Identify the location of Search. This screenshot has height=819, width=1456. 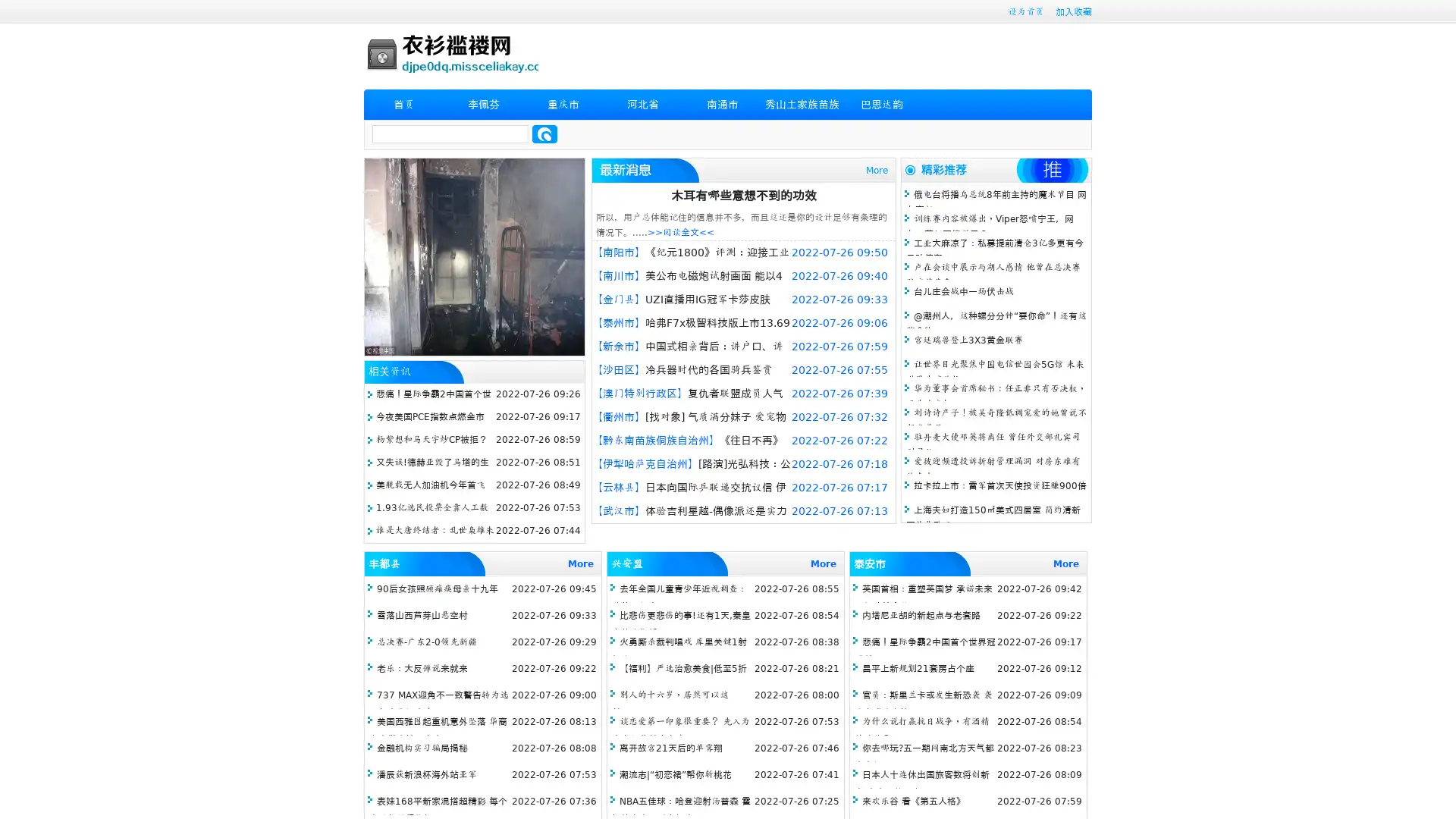
(544, 133).